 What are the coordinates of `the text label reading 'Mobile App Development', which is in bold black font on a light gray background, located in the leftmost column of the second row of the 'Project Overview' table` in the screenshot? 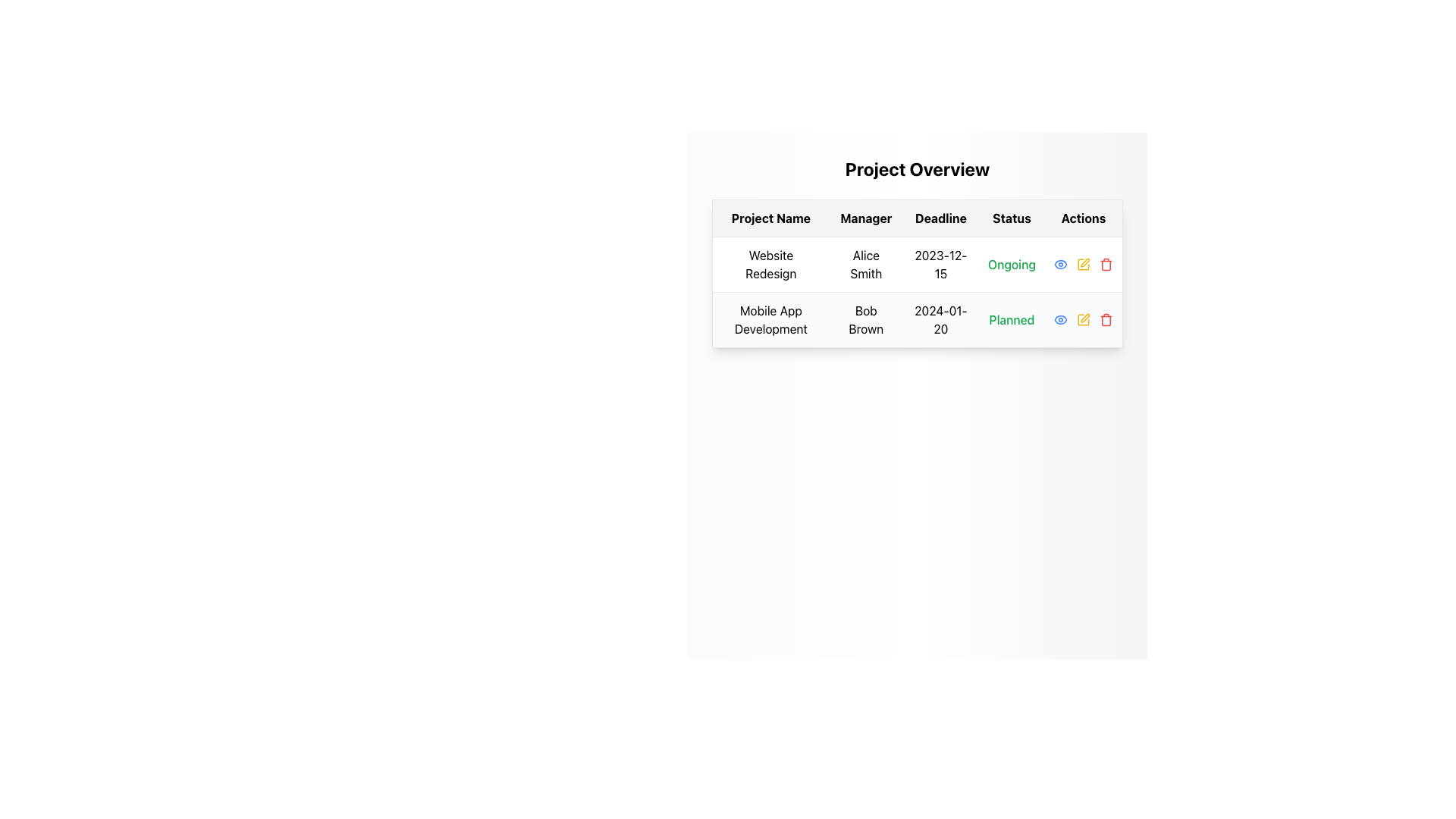 It's located at (770, 318).